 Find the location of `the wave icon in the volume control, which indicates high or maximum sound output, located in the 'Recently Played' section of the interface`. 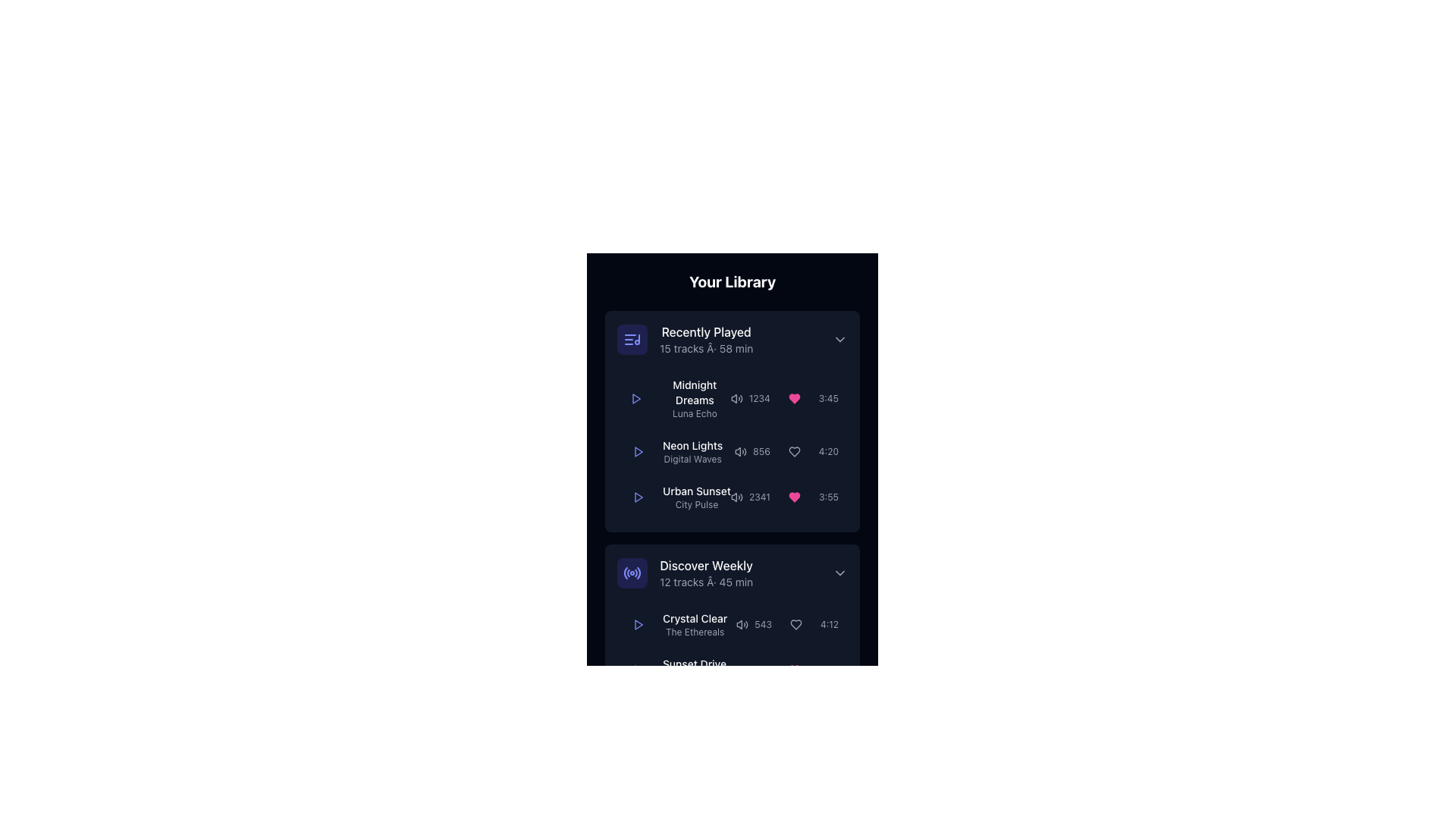

the wave icon in the volume control, which indicates high or maximum sound output, located in the 'Recently Played' section of the interface is located at coordinates (741, 497).